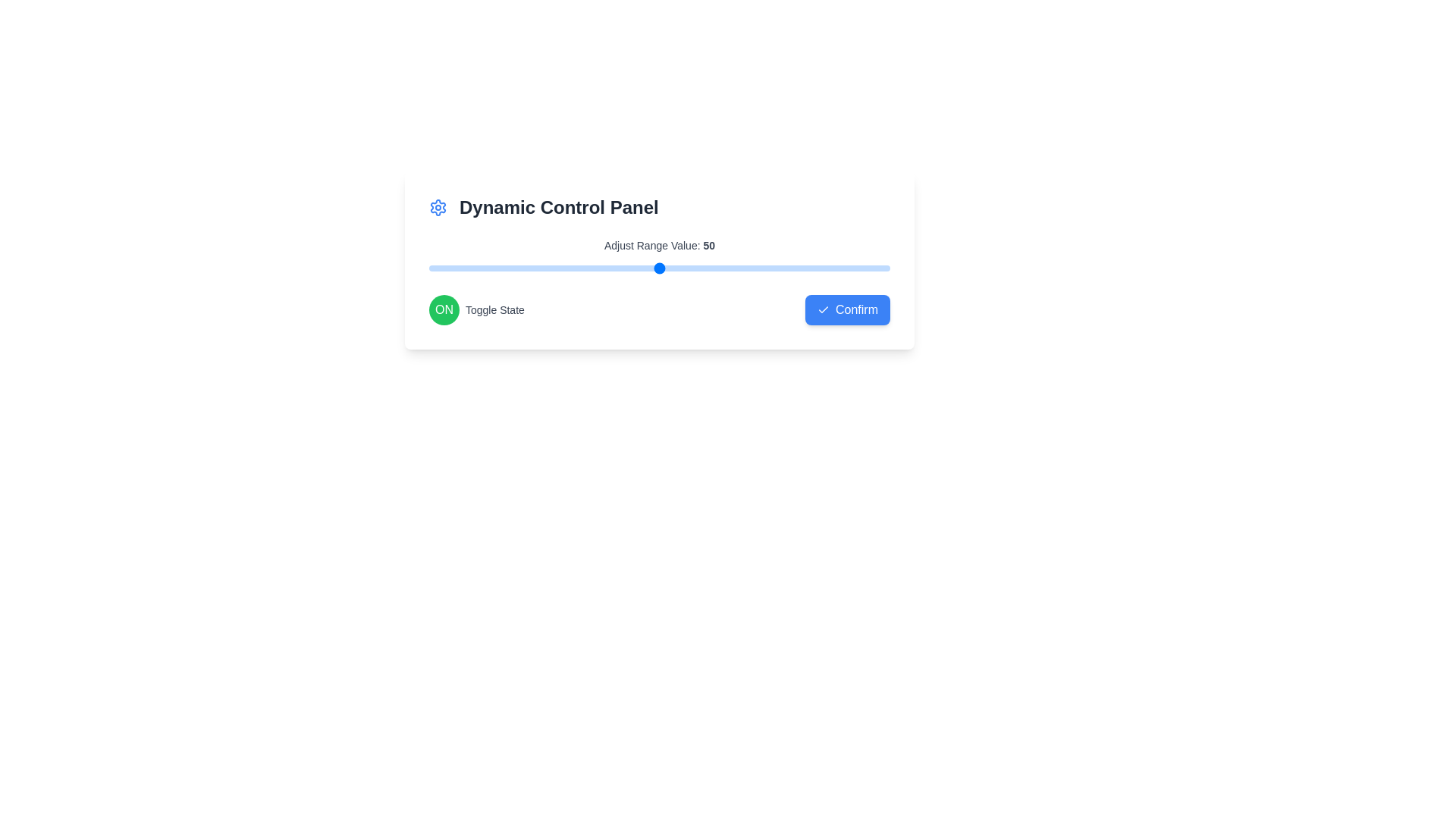 This screenshot has width=1456, height=819. I want to click on the range value, so click(456, 268).